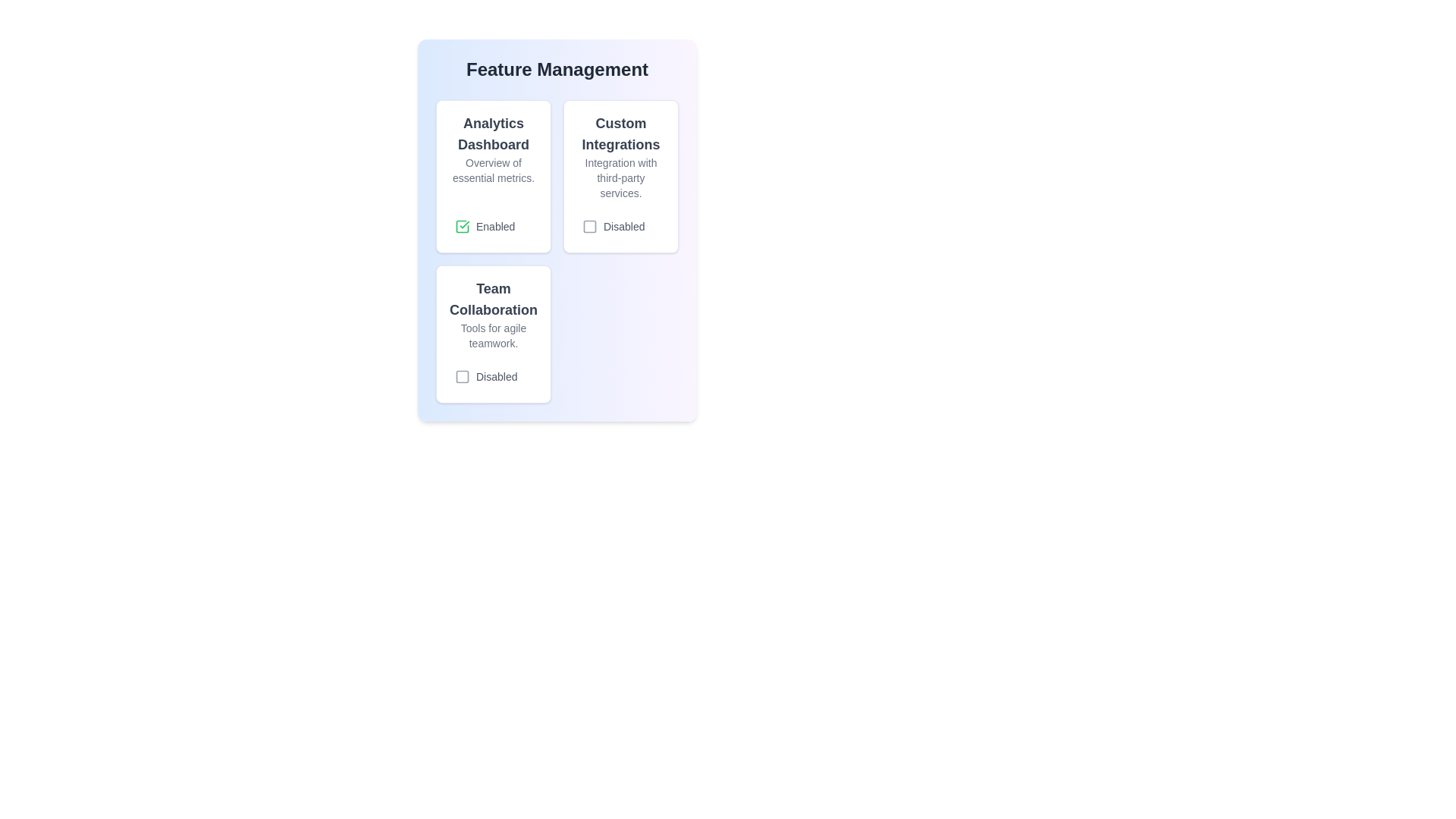 The image size is (1456, 819). Describe the element at coordinates (495, 227) in the screenshot. I see `status conveyed by the text label indicating 'Enabled', which is located inside a white rectangular card in the top-left corner of the grid layout, next to a green checkmark icon` at that location.